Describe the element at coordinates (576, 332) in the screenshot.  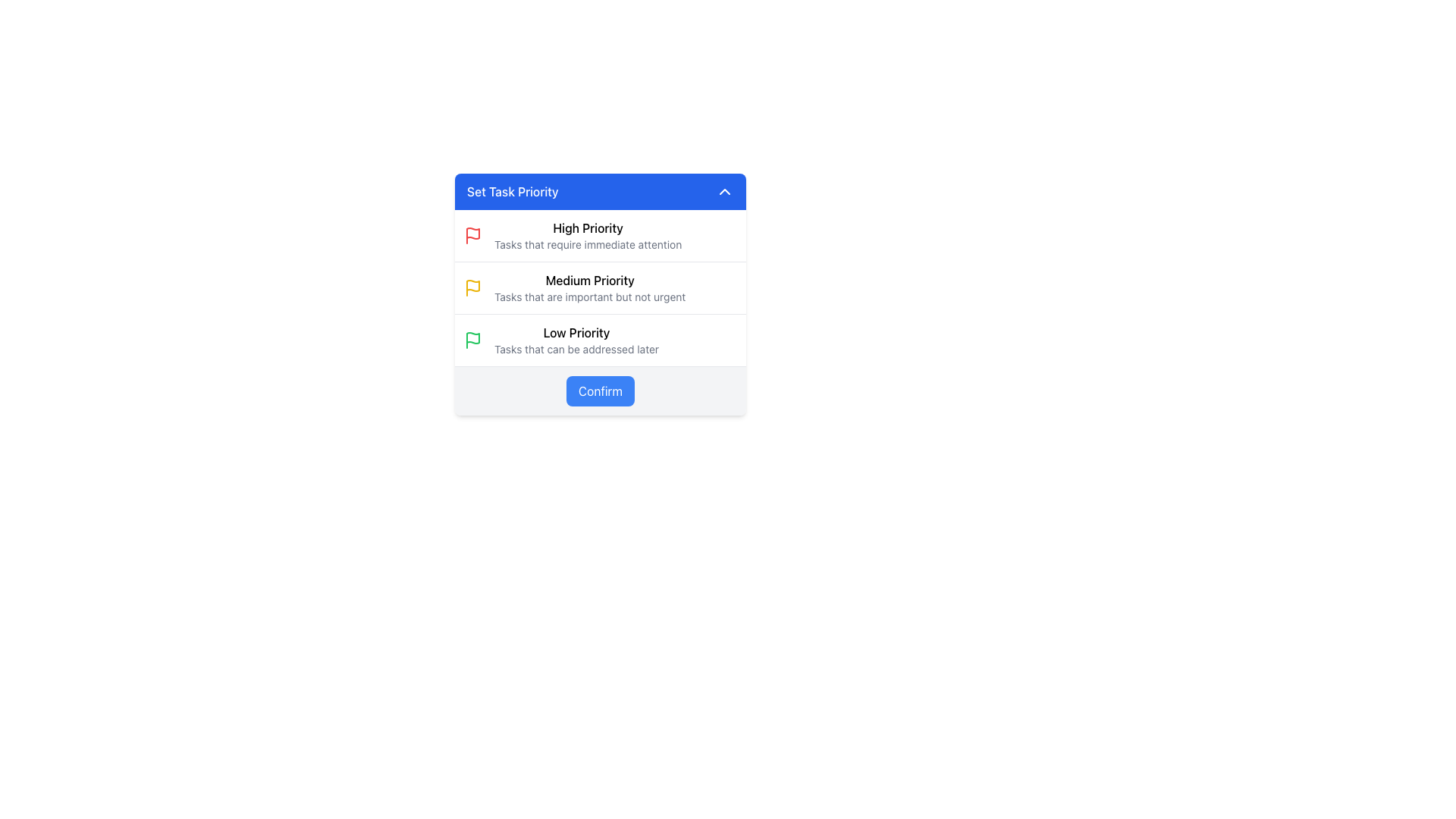
I see `the 'Low Priority' text label element which is styled in bold font and located in the priority selection list above the description 'Tasks that can be addressed later.'` at that location.